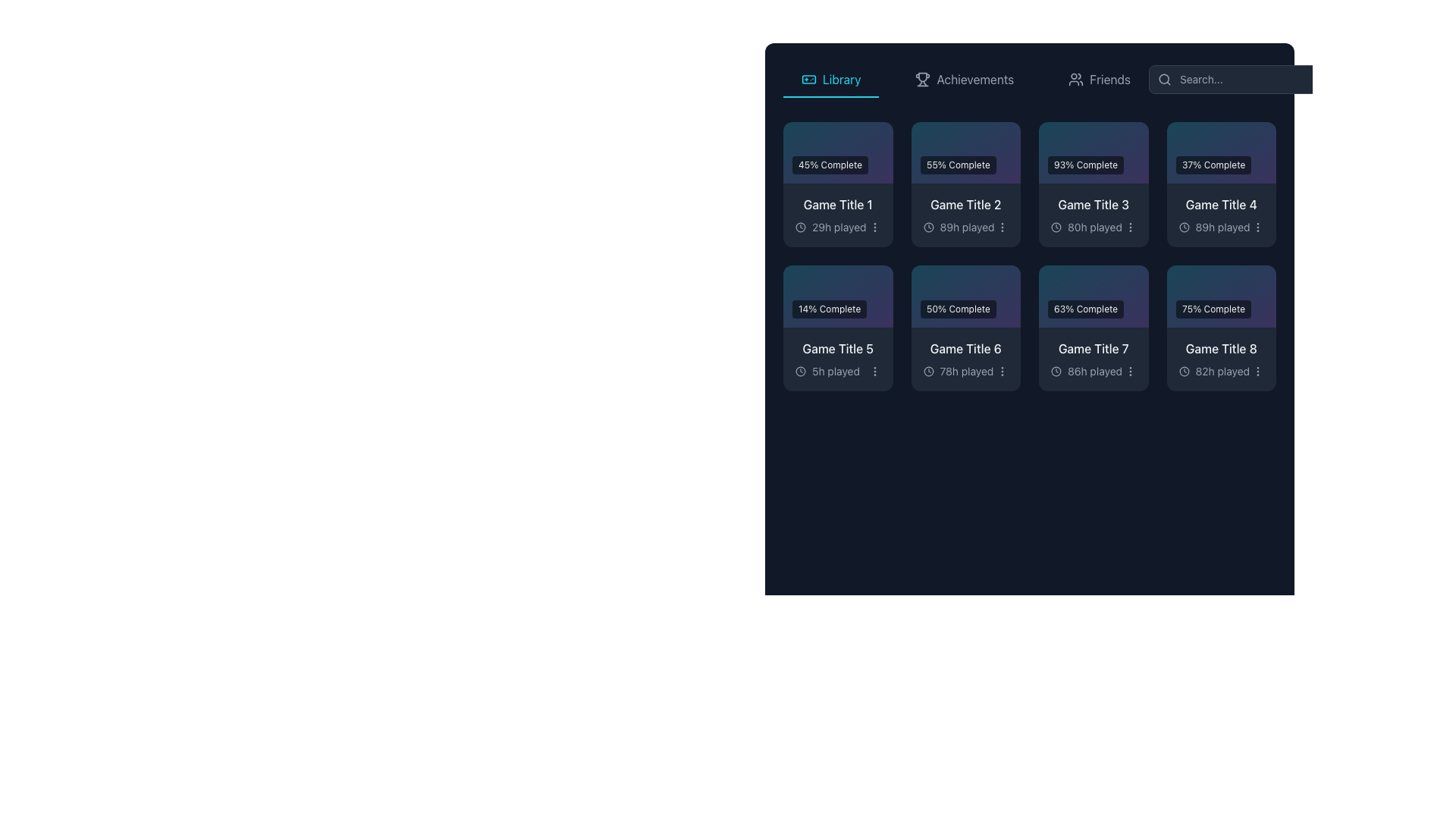  Describe the element at coordinates (808, 79) in the screenshot. I see `the gamepad icon located within the 'Library' navigation button at the top left quadrant of the interface to understand its association with the 'Library' button` at that location.